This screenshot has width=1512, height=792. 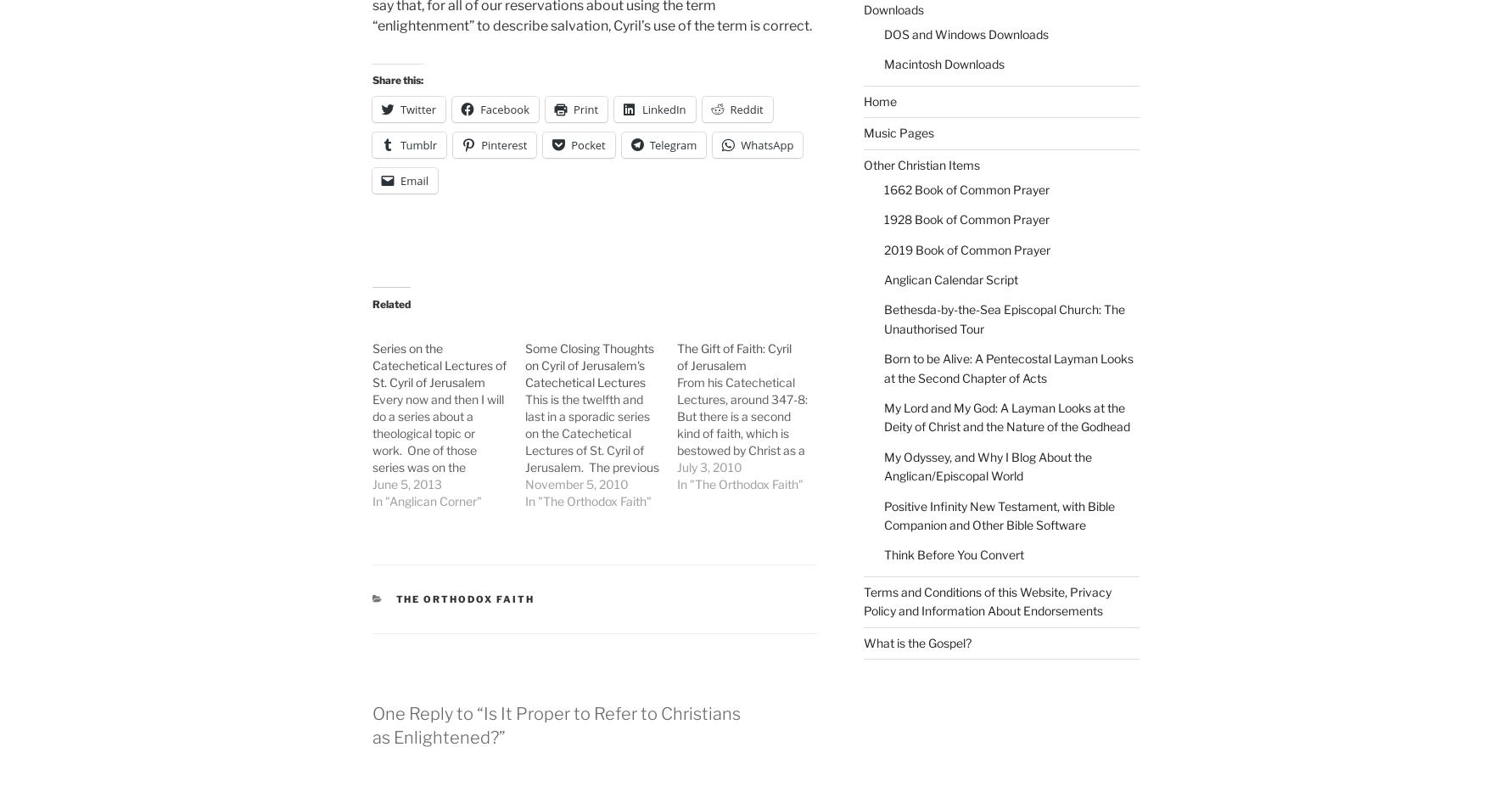 What do you see at coordinates (882, 367) in the screenshot?
I see `'Born to be Alive: A Pentecostal Layman Looks at the Second Chapter of Acts'` at bounding box center [882, 367].